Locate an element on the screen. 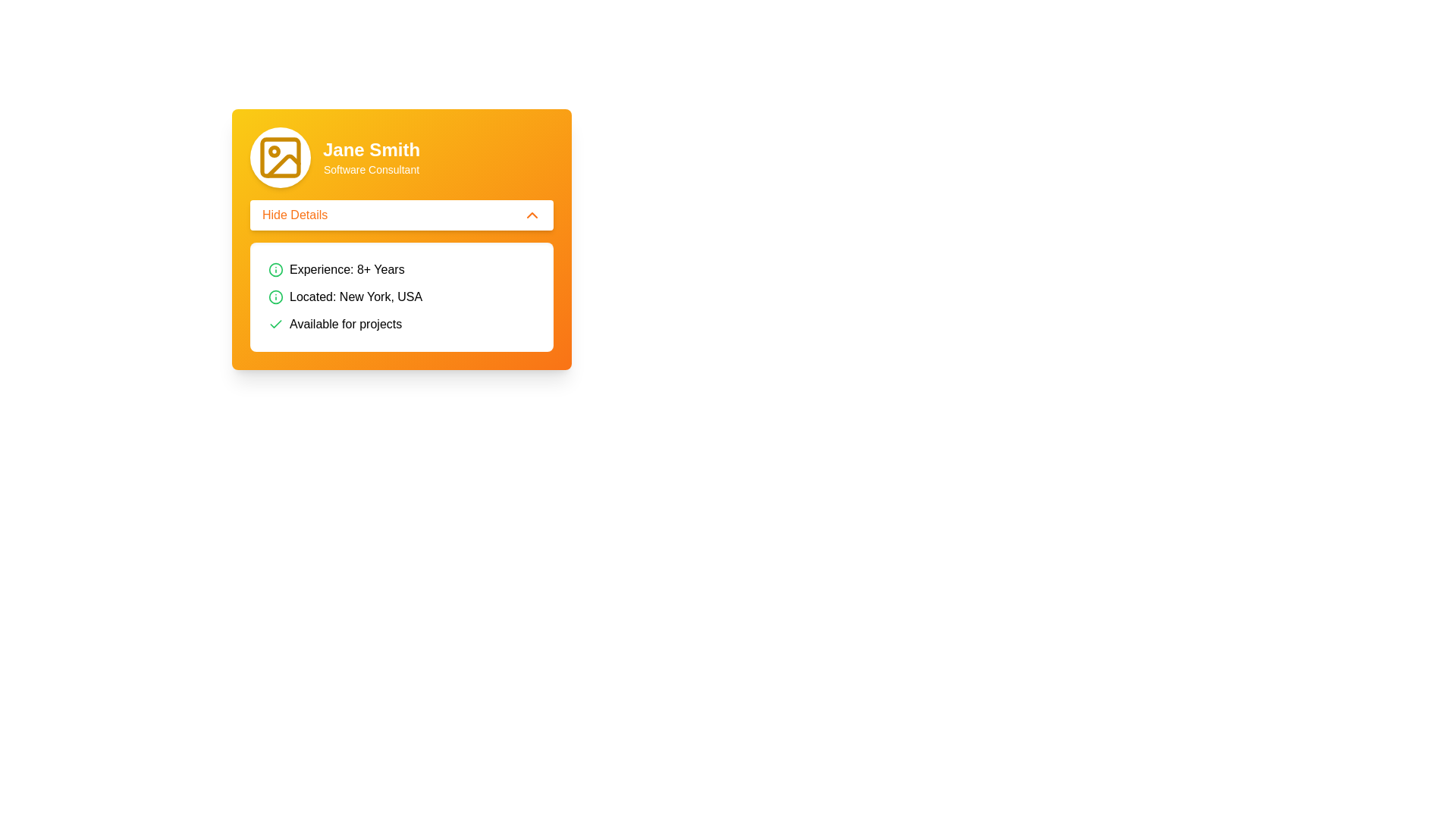 The width and height of the screenshot is (1456, 819). the positive status icon located to the left of the text 'Available for projects' within a structured list is located at coordinates (276, 324).